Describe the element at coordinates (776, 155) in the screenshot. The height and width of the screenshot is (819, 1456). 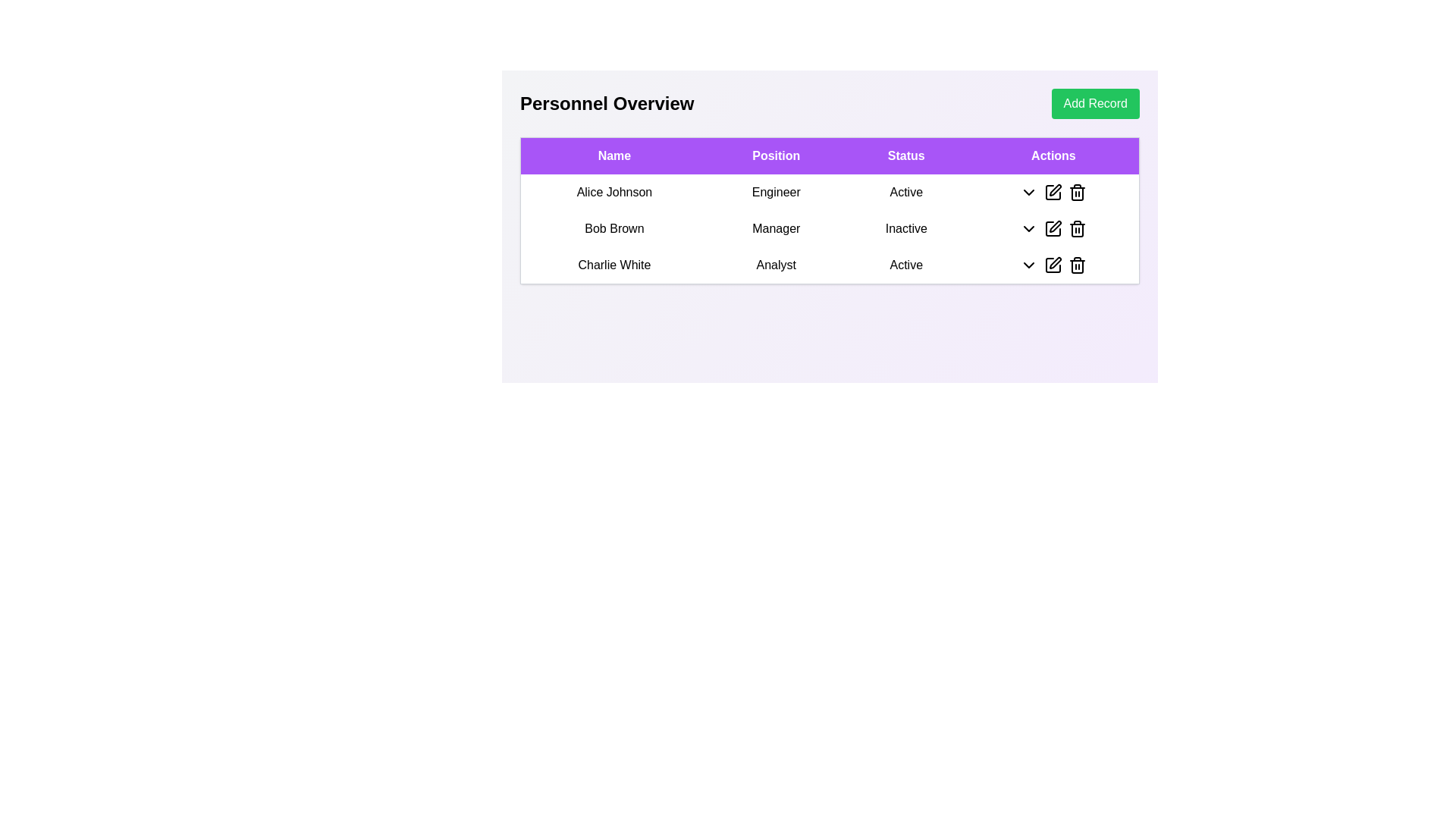
I see `the 'Position' text label, which is styled in white on a purple background, located in the header row of the table between 'Name' and 'Status'` at that location.